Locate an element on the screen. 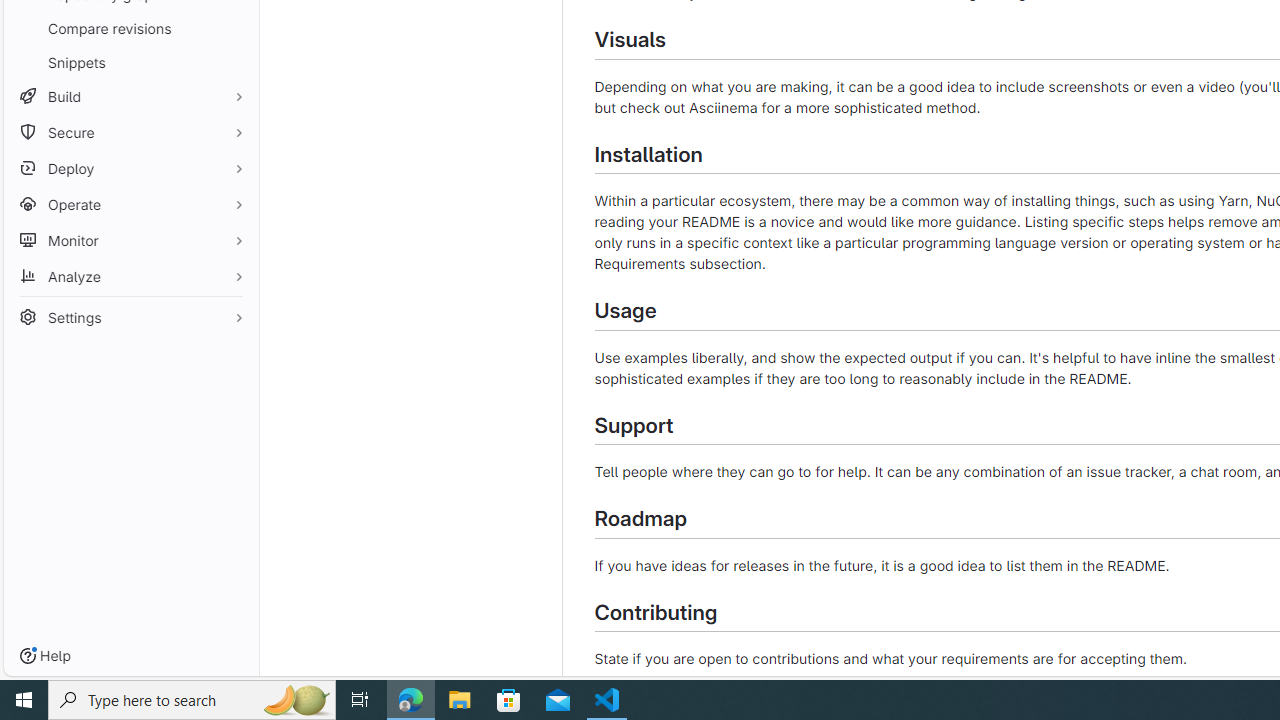 This screenshot has height=720, width=1280. 'Operate' is located at coordinates (130, 204).